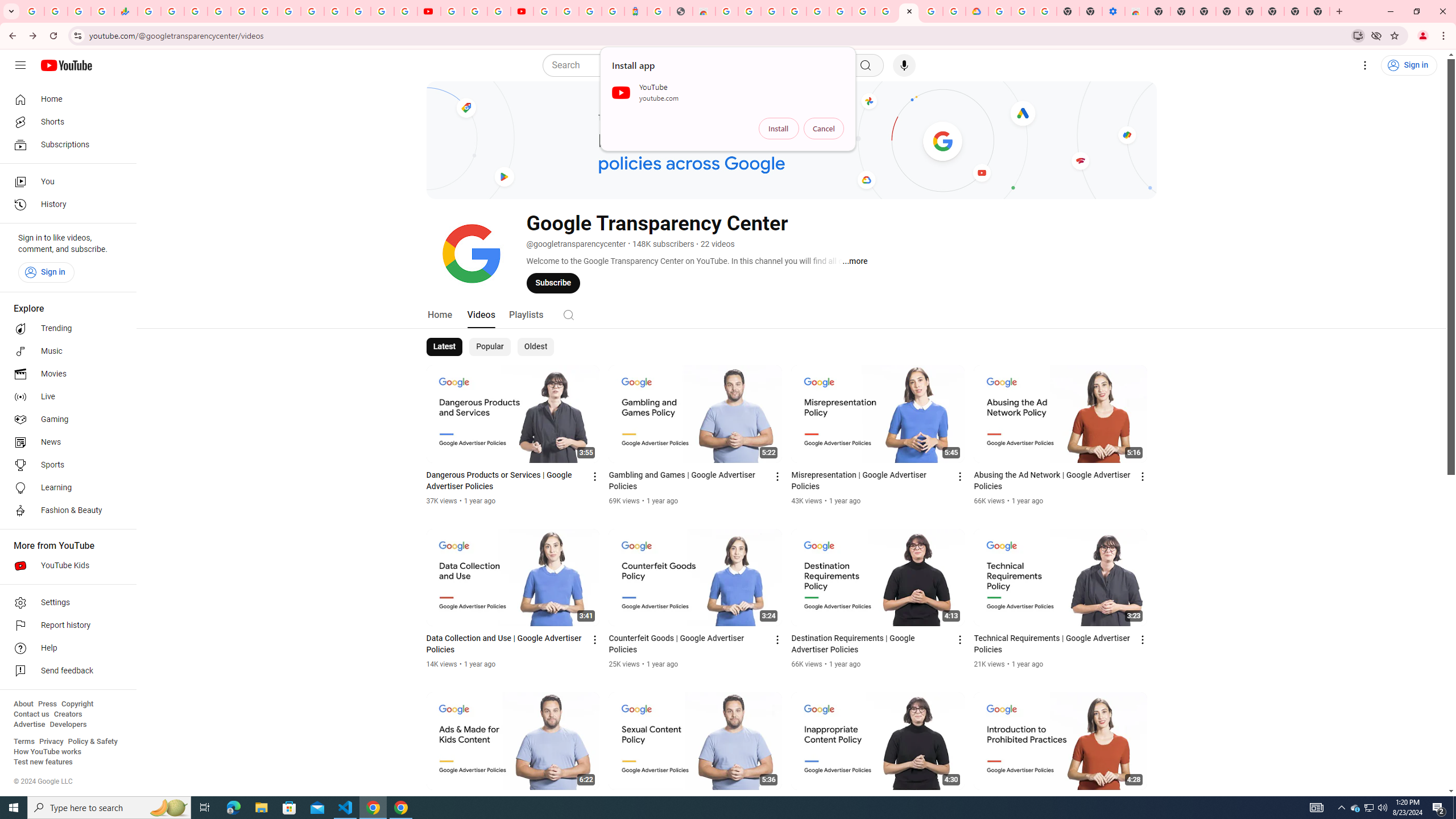 This screenshot has height=819, width=1456. What do you see at coordinates (64, 566) in the screenshot?
I see `'YouTube Kids'` at bounding box center [64, 566].